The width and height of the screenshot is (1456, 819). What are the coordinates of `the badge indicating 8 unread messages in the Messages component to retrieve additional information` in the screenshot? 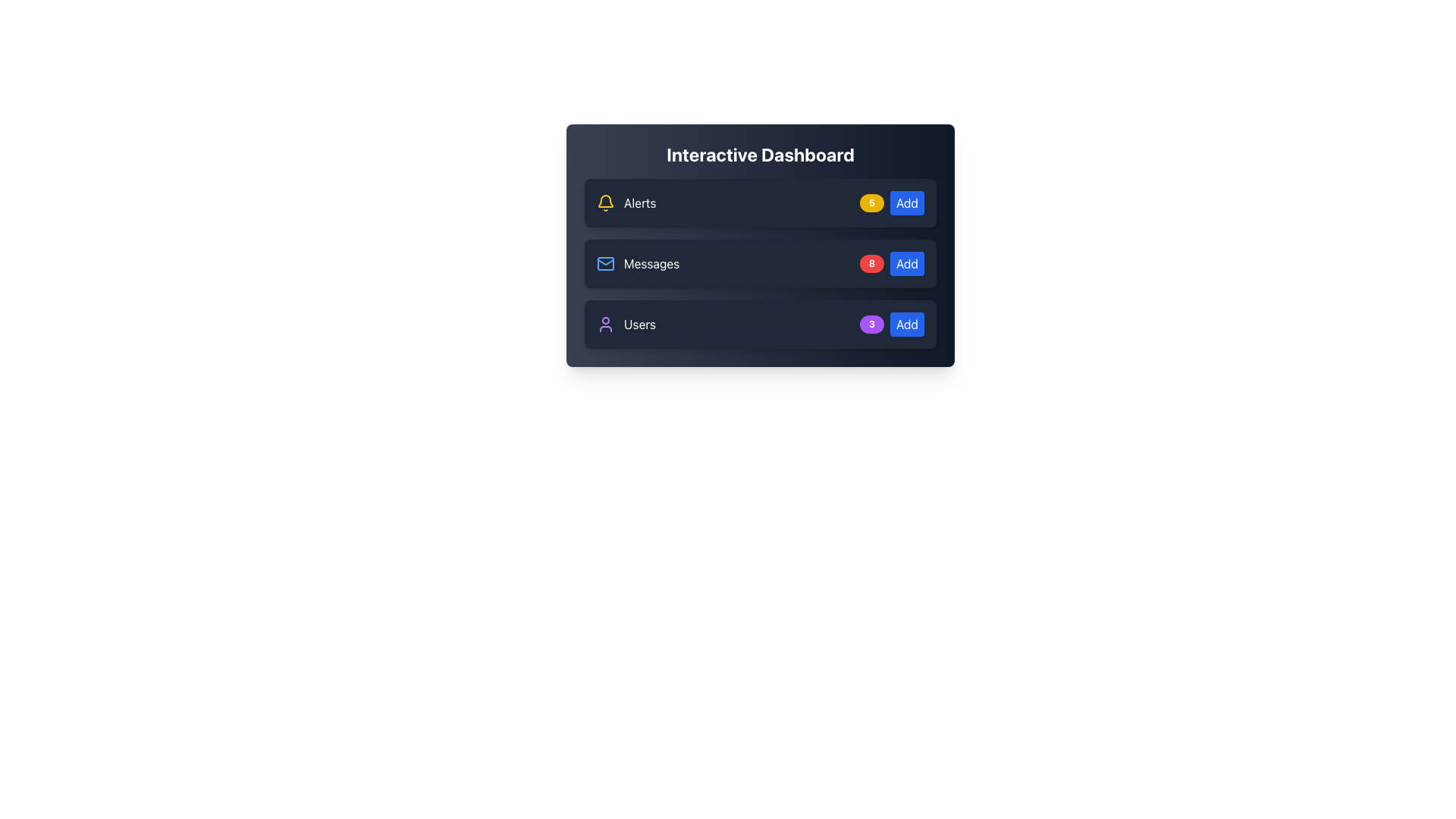 It's located at (761, 262).